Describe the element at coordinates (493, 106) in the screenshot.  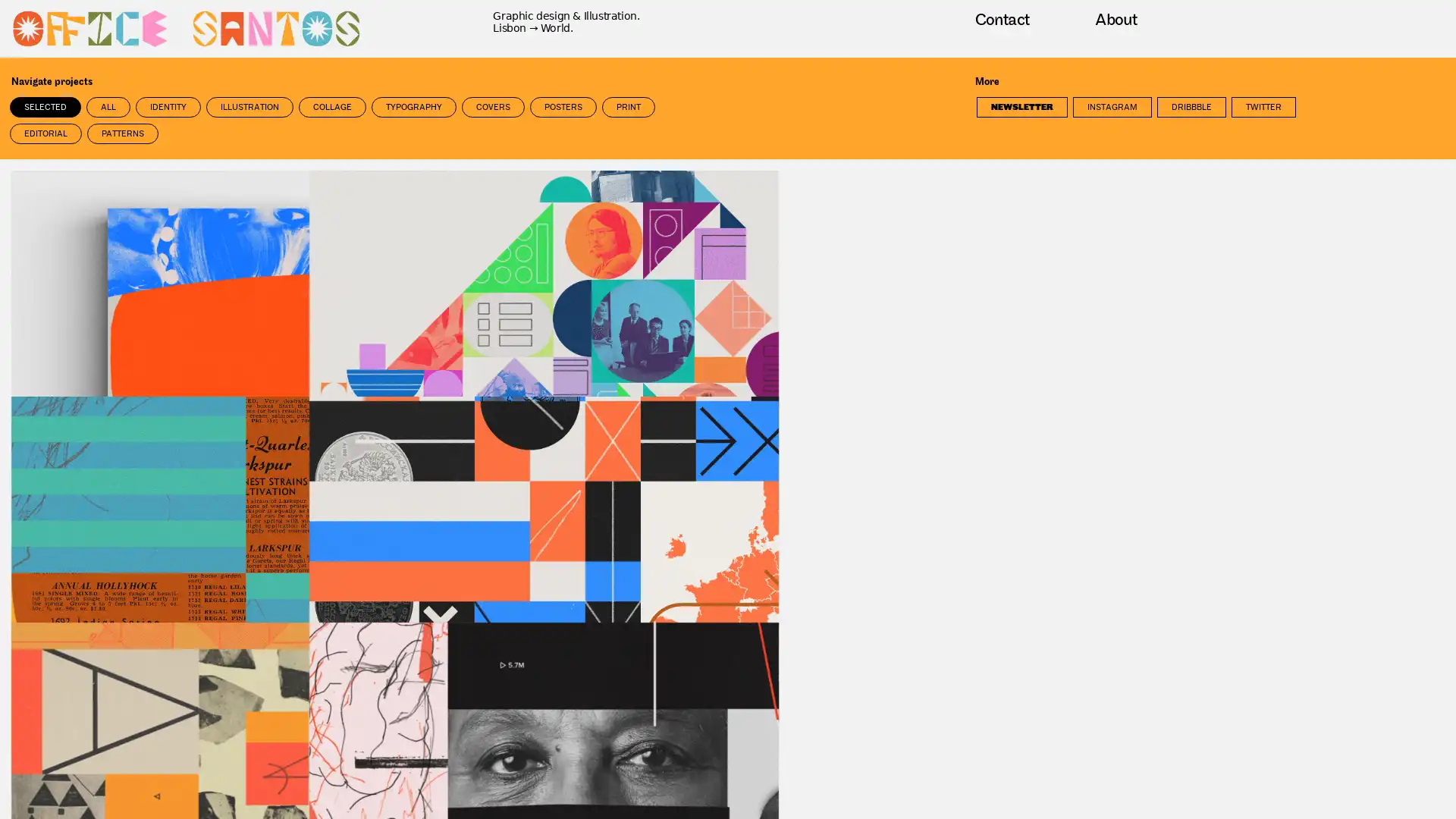
I see `COVERS` at that location.